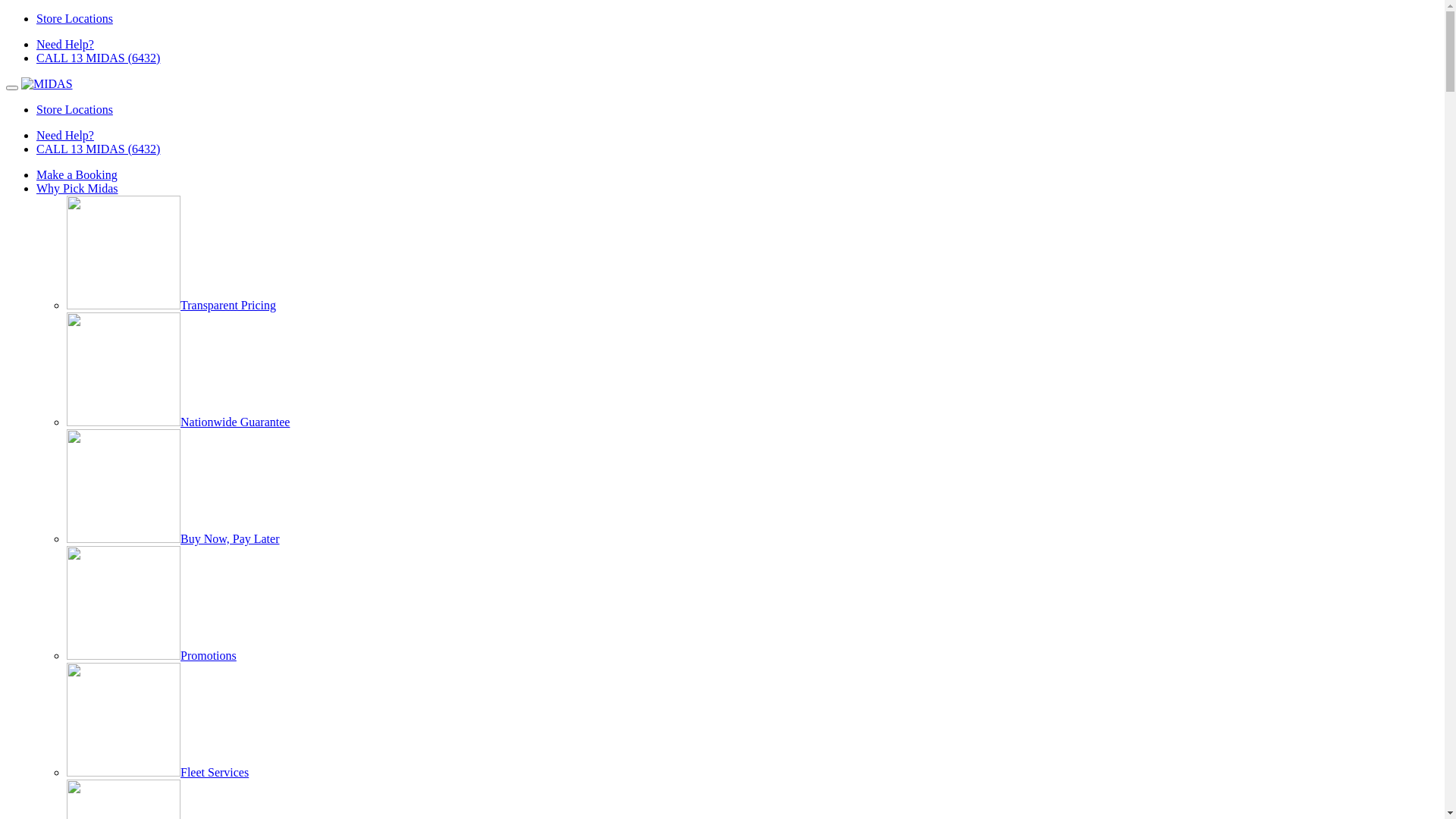 Image resolution: width=1456 pixels, height=819 pixels. What do you see at coordinates (65, 538) in the screenshot?
I see `'Buy Now, Pay Later'` at bounding box center [65, 538].